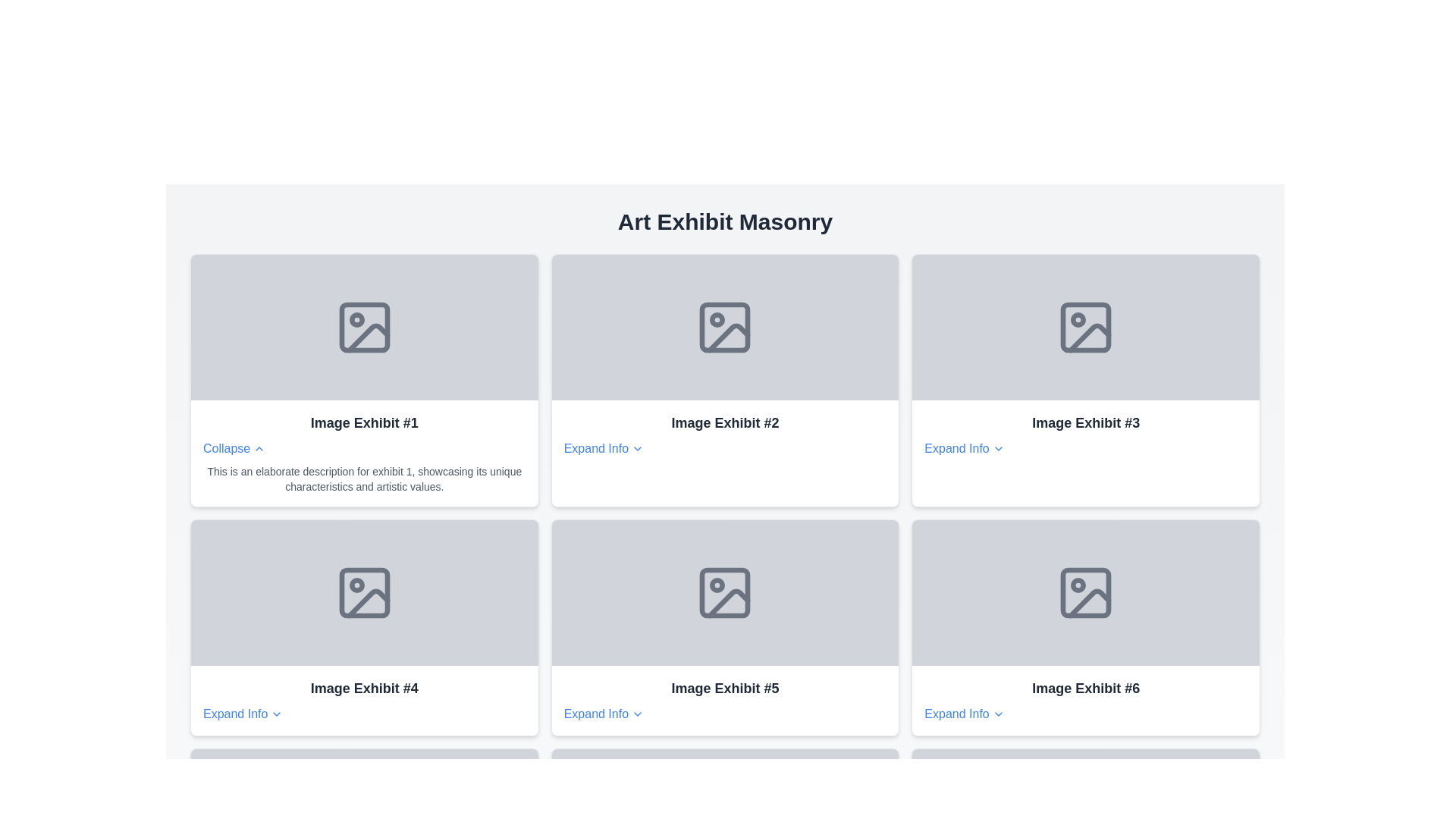 This screenshot has width=1456, height=819. What do you see at coordinates (717, 584) in the screenshot?
I see `the circular visual element inside the photo icon of the 'Image Exhibit #5' card, which is the second card in the second row of the exhibit grid layout` at bounding box center [717, 584].